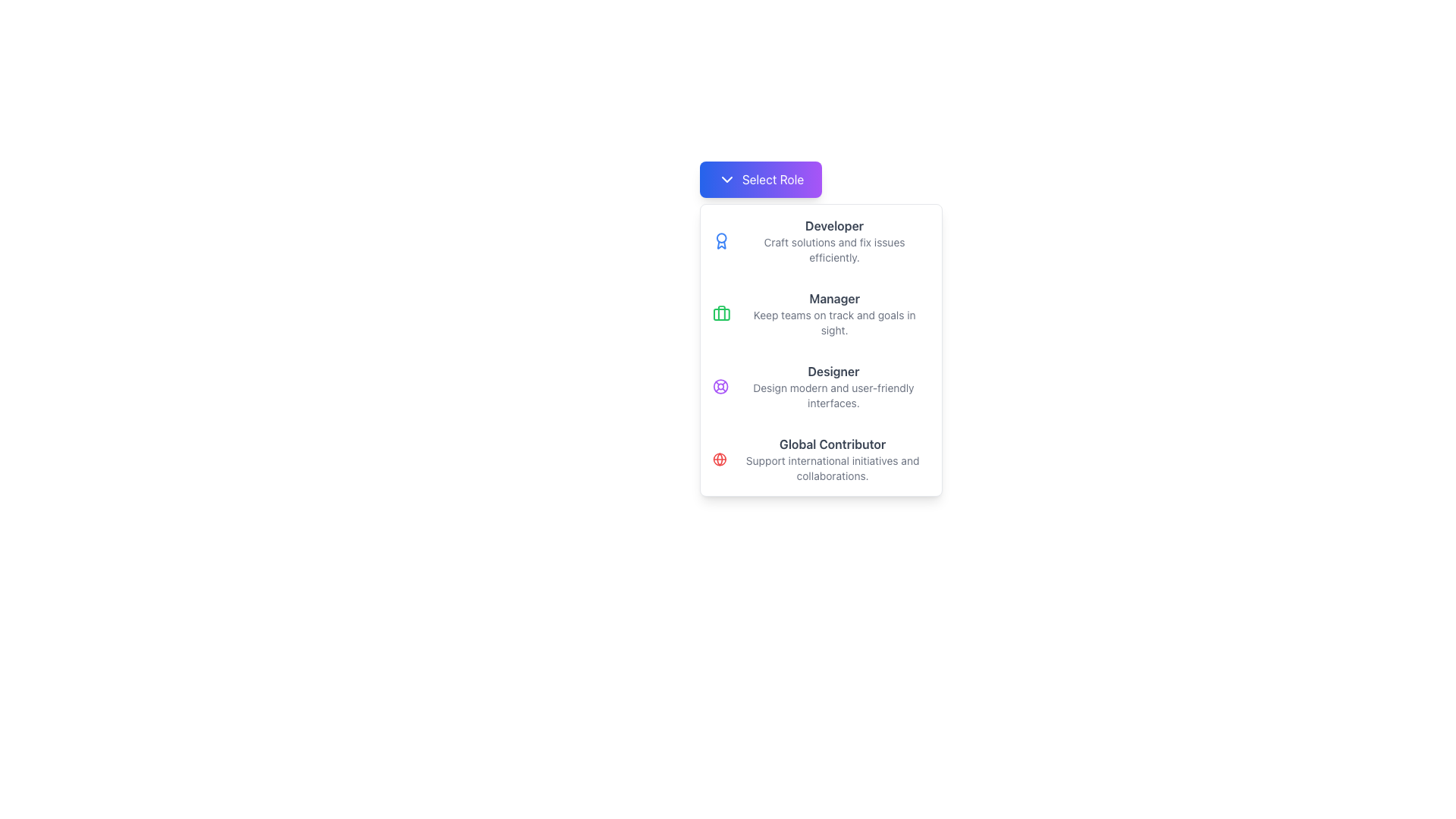 This screenshot has width=1456, height=819. I want to click on the first selectable list item representing the 'Developer' role, which is located just below the 'Select Role' header, so click(833, 240).